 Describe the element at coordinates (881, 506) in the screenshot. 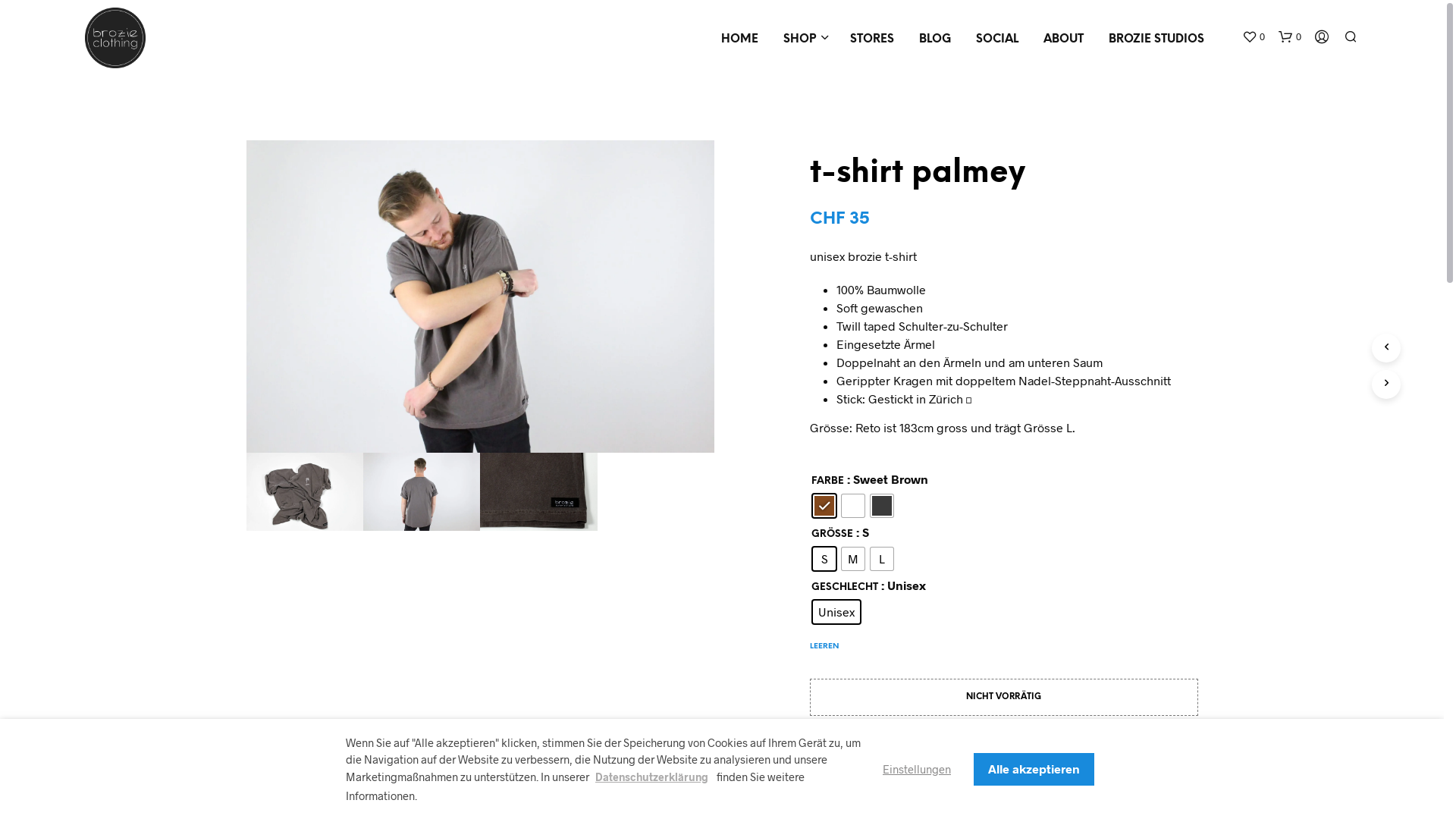

I see `'Pretty Black'` at that location.